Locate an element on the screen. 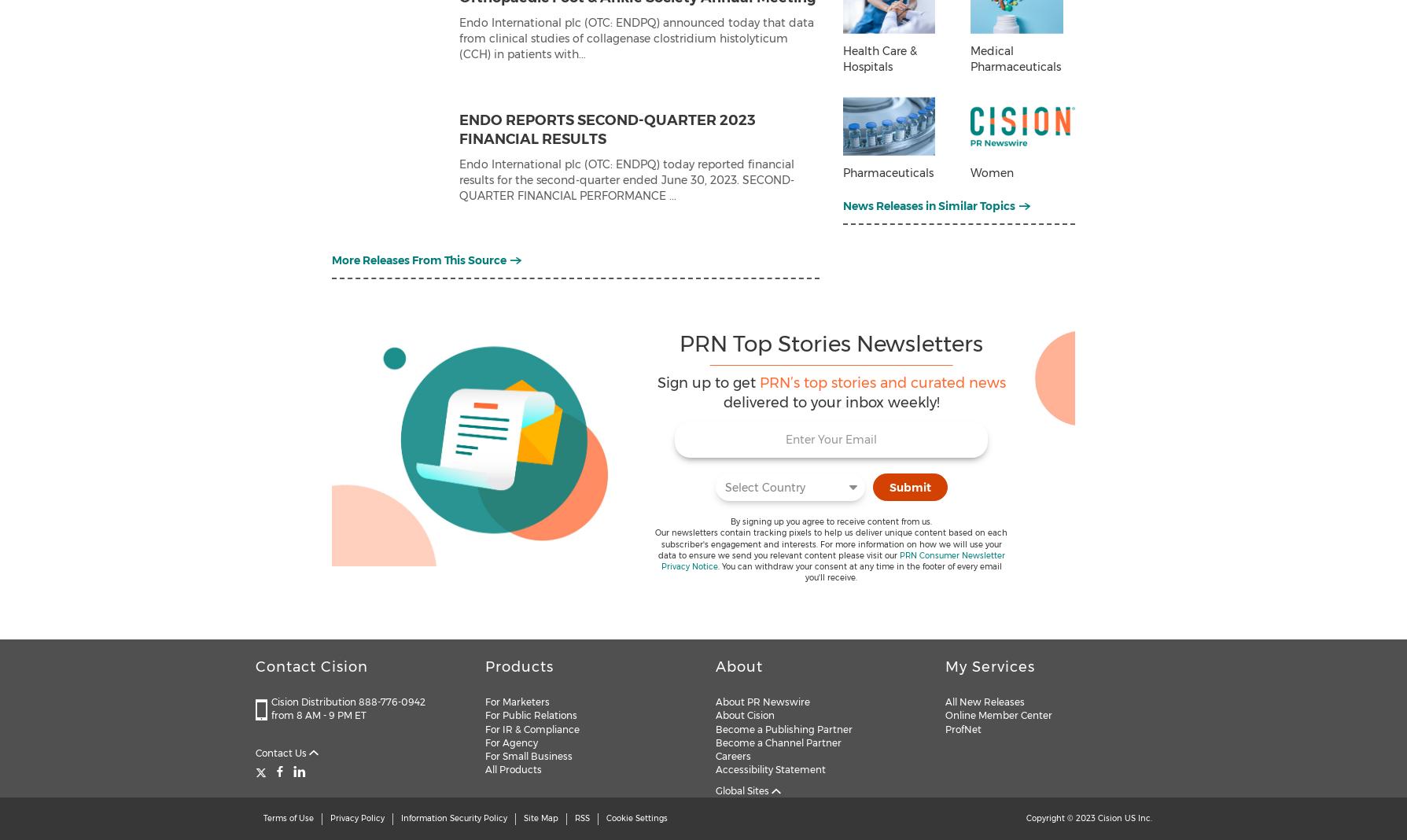 The width and height of the screenshot is (1407, 840). 'PRN Top Stories Newsletters' is located at coordinates (830, 344).